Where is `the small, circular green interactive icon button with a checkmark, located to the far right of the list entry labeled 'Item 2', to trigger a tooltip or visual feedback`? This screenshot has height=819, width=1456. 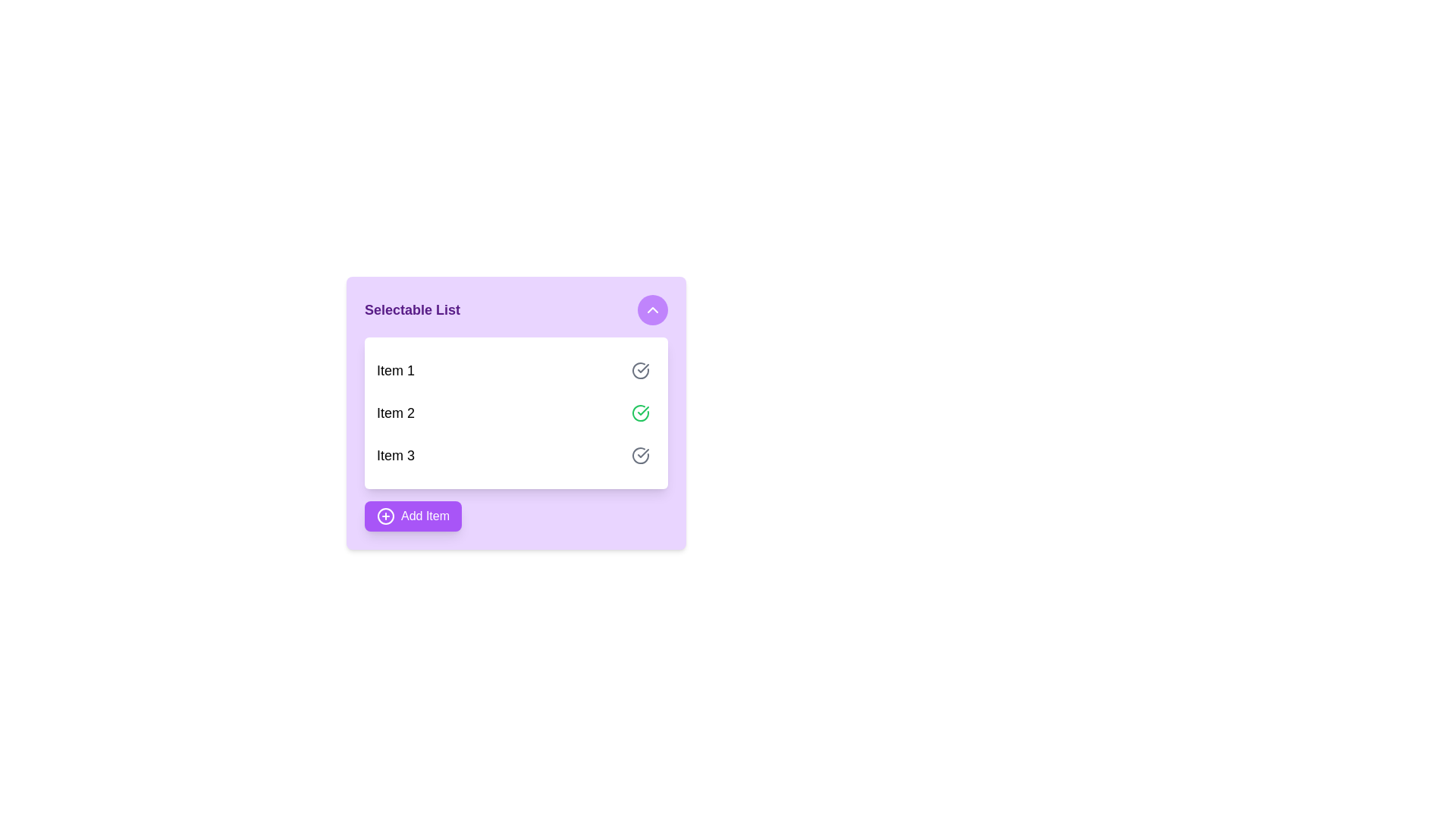
the small, circular green interactive icon button with a checkmark, located to the far right of the list entry labeled 'Item 2', to trigger a tooltip or visual feedback is located at coordinates (640, 413).